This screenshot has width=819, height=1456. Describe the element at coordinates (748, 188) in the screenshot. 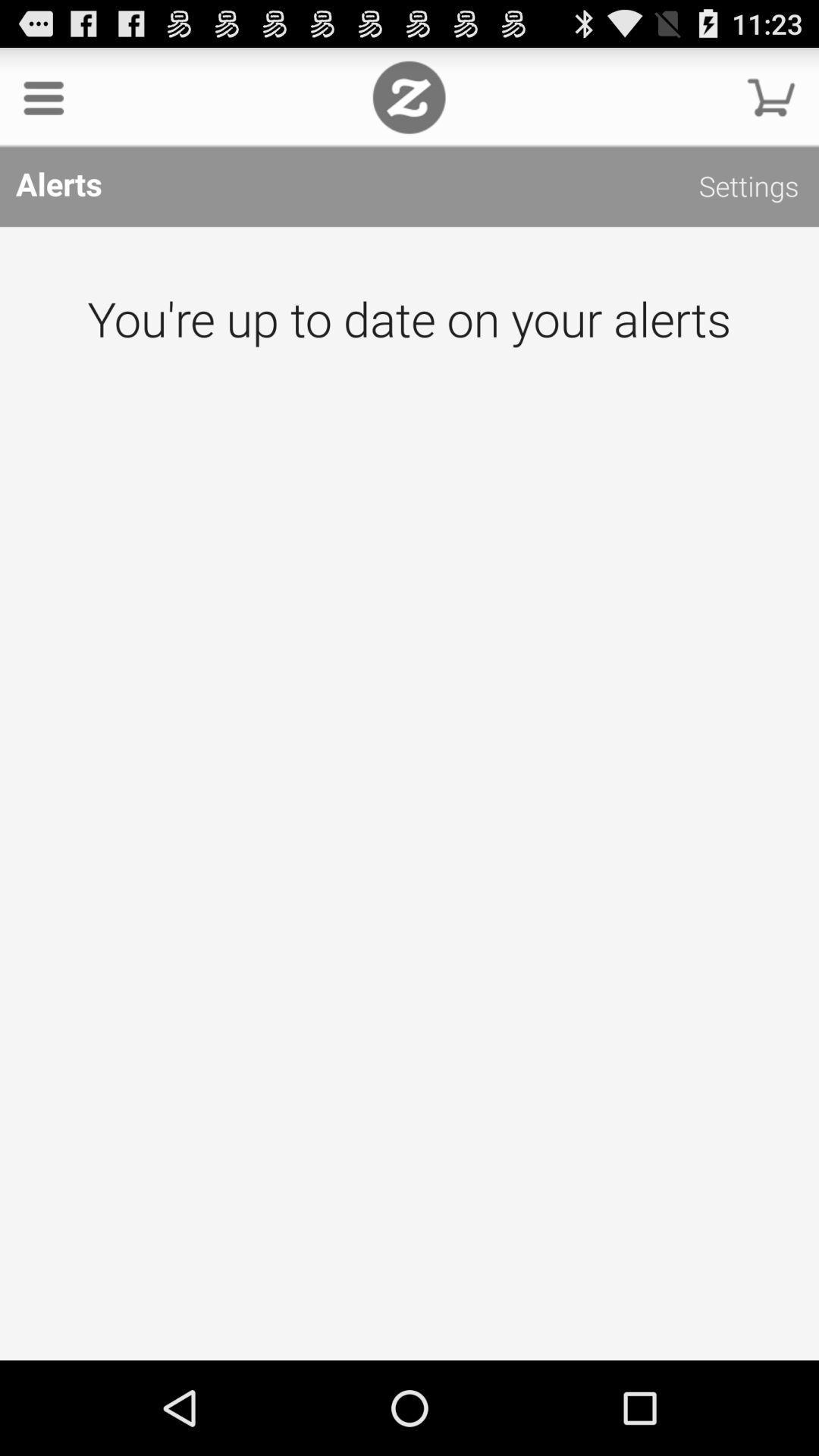

I see `settings` at that location.